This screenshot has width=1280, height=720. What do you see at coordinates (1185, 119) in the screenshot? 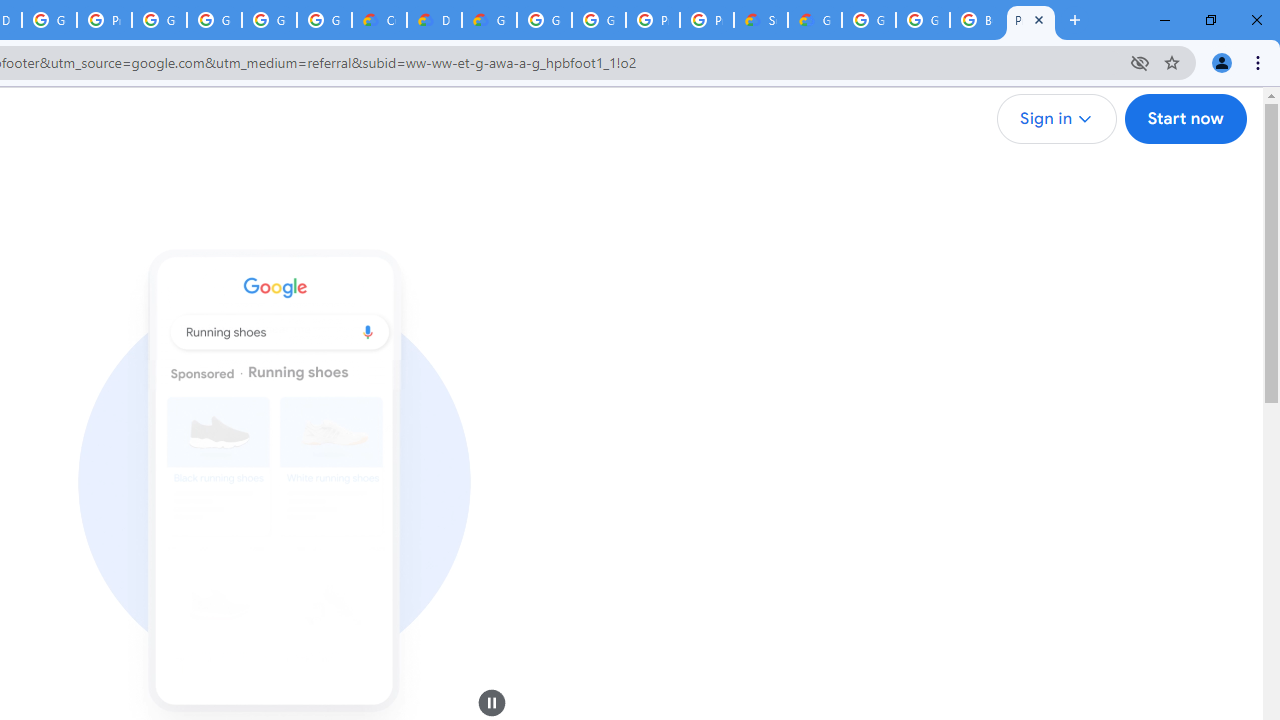
I see `'Start now'` at bounding box center [1185, 119].